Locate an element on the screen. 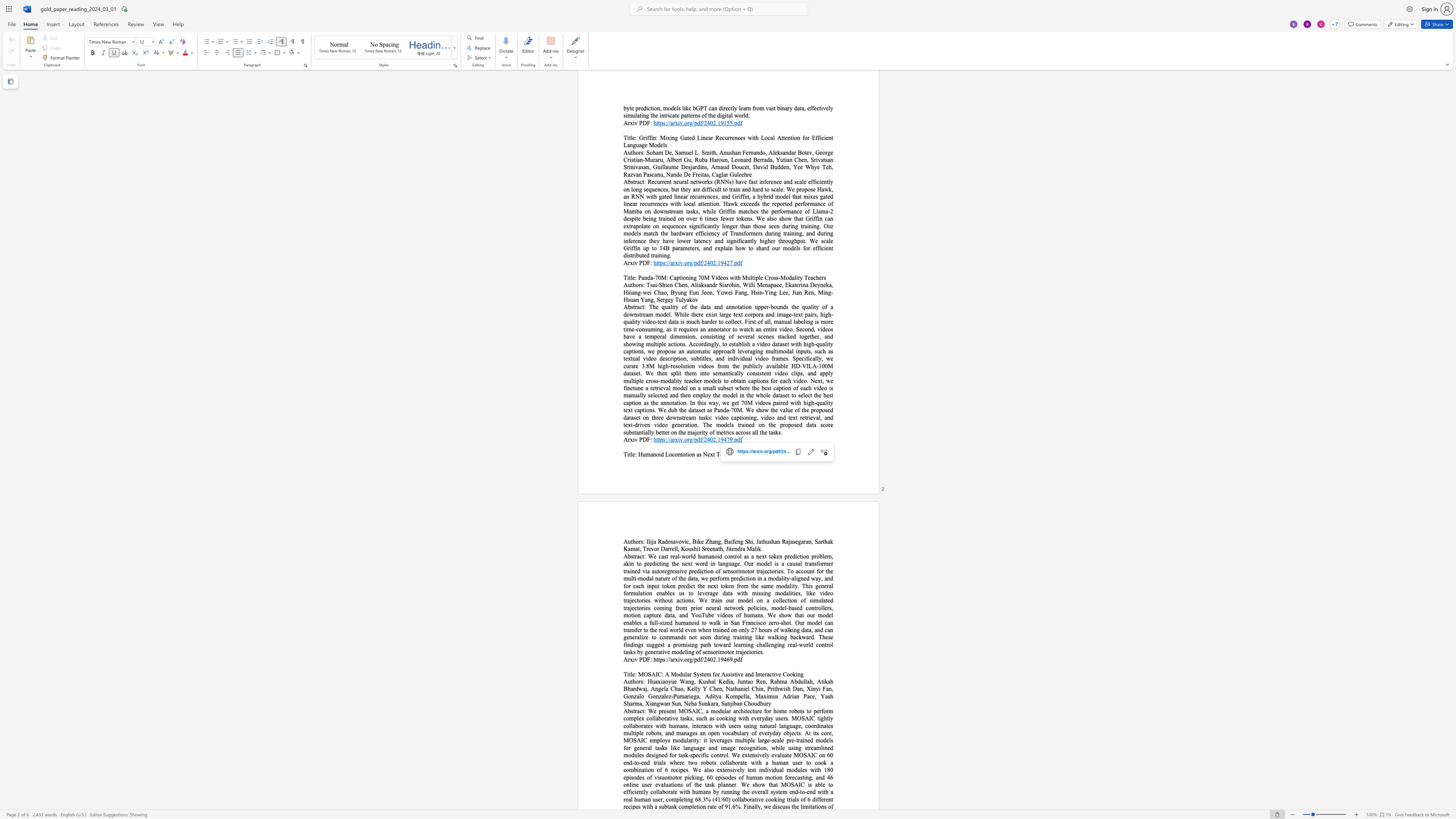  the space between the continuous character "i" and "c" in the text is located at coordinates (746, 454).